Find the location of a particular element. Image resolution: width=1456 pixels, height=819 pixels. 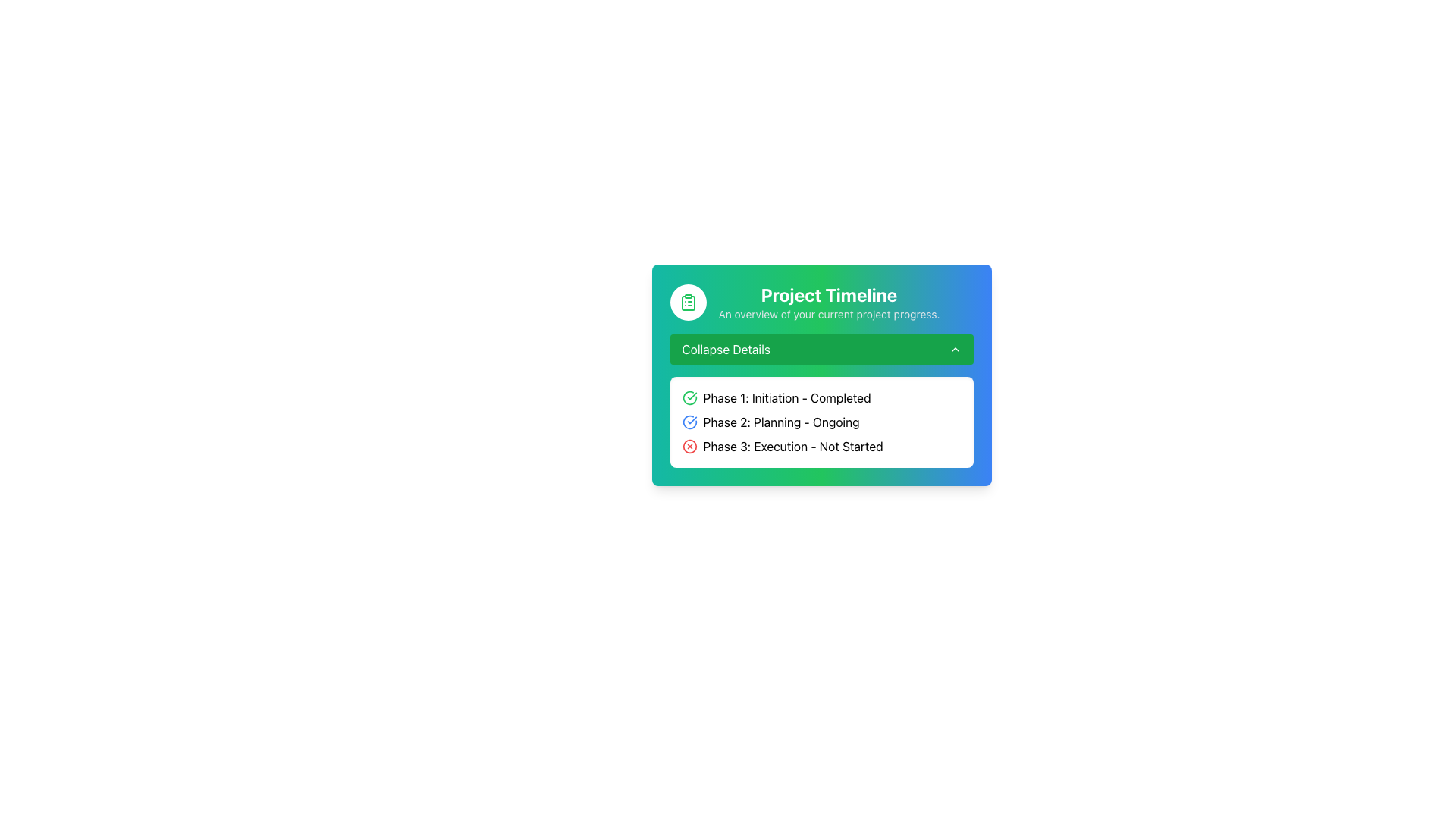

the completion icon with a green color and checkmark located in the 'Phase 1: Initiation - Completed' row of the project timeline section is located at coordinates (689, 397).